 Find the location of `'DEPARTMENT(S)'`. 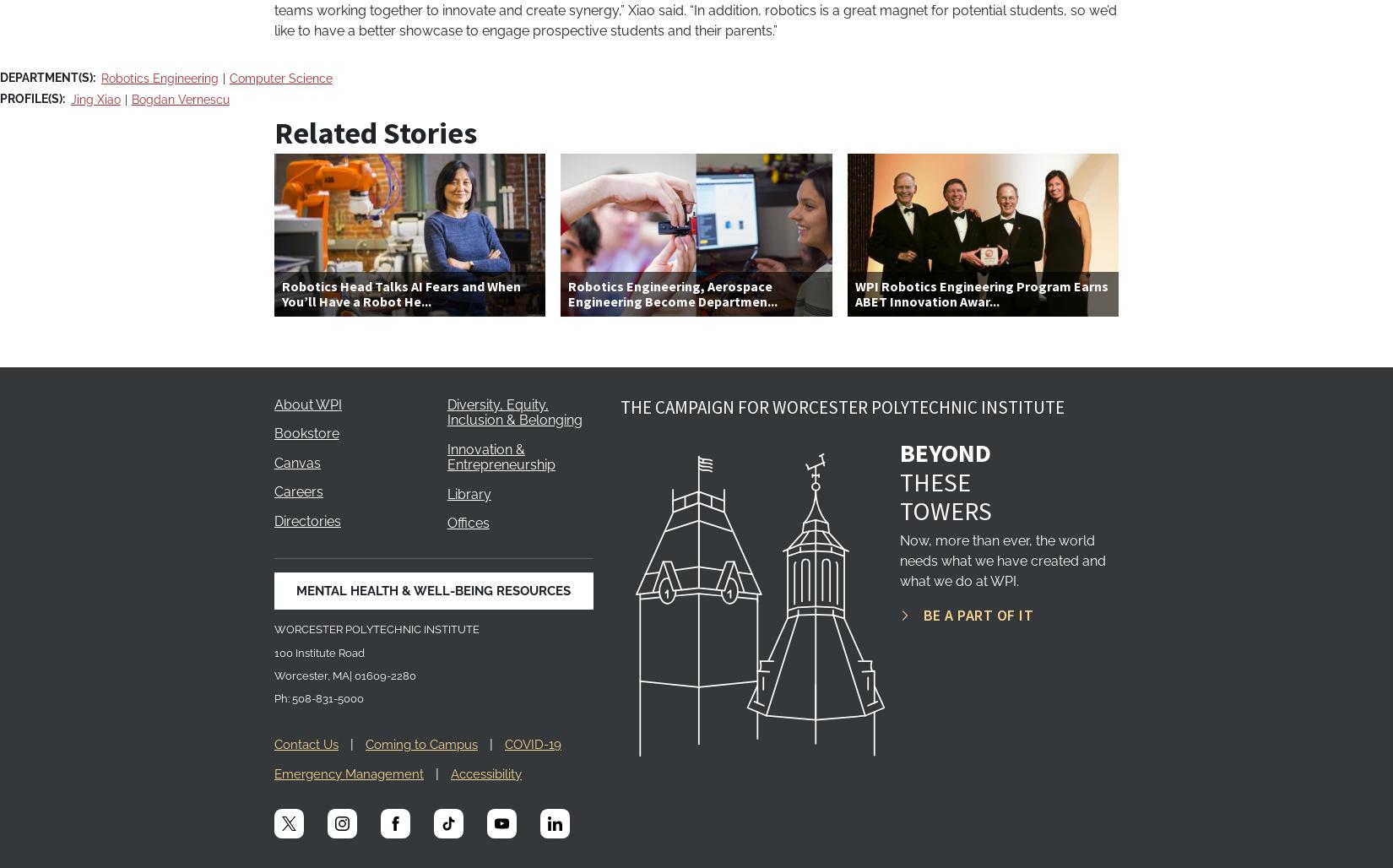

'DEPARTMENT(S)' is located at coordinates (0, 77).